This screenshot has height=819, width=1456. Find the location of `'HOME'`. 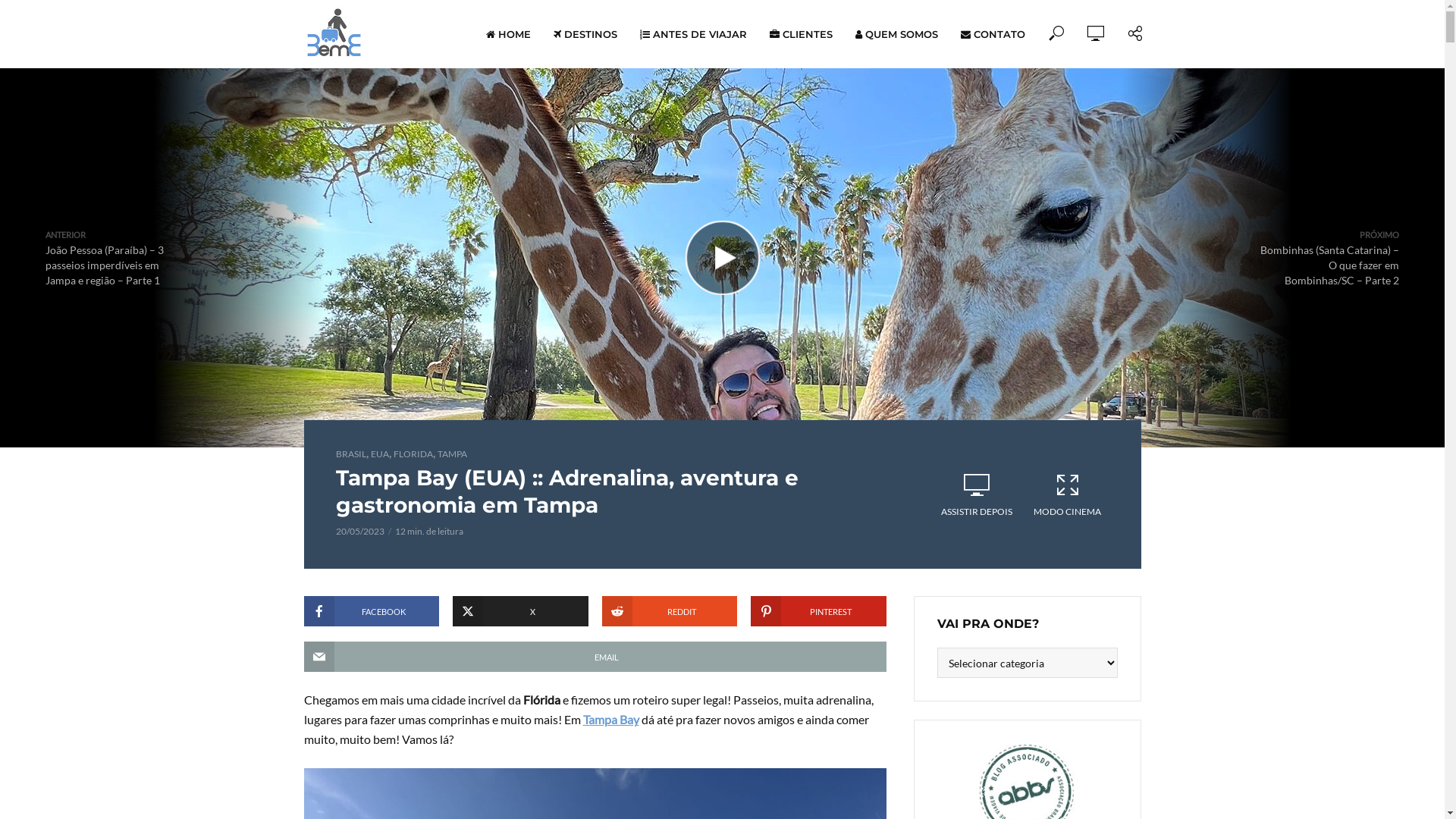

'HOME' is located at coordinates (473, 34).